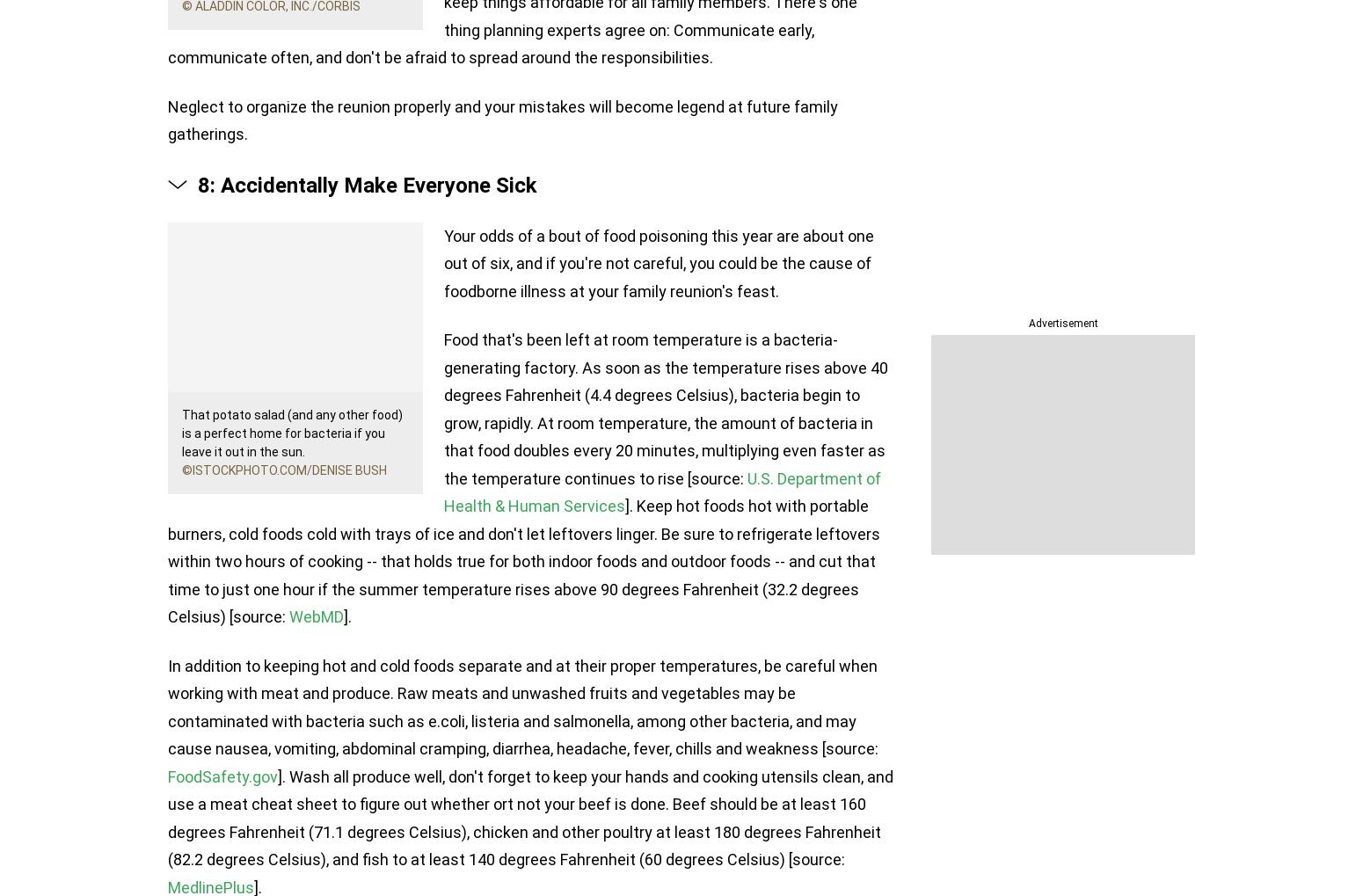 This screenshot has width=1363, height=896. I want to click on '©iStockphoto.com/Denise Bush', so click(283, 469).